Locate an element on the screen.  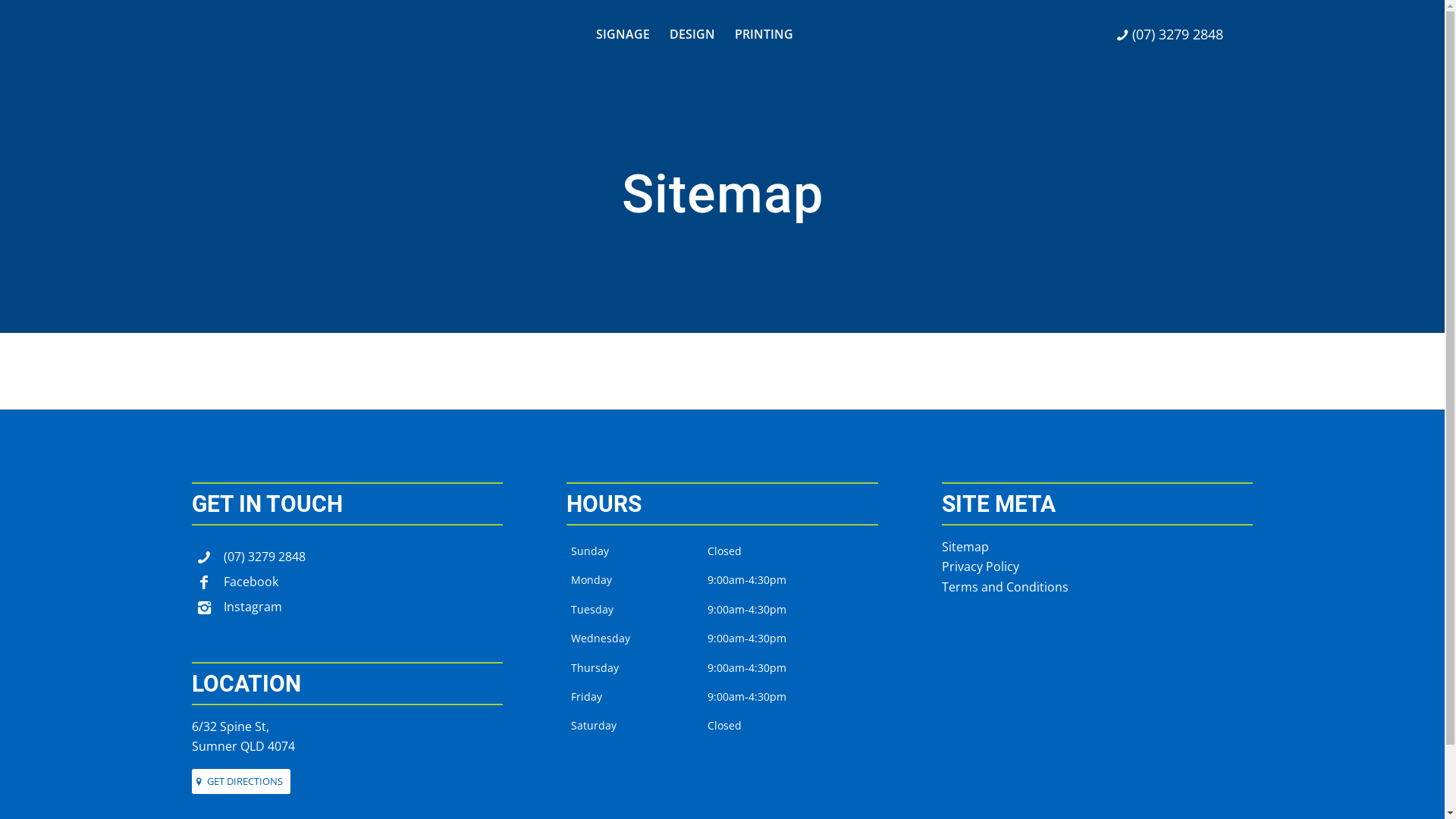
'Facebook' is located at coordinates (221, 581).